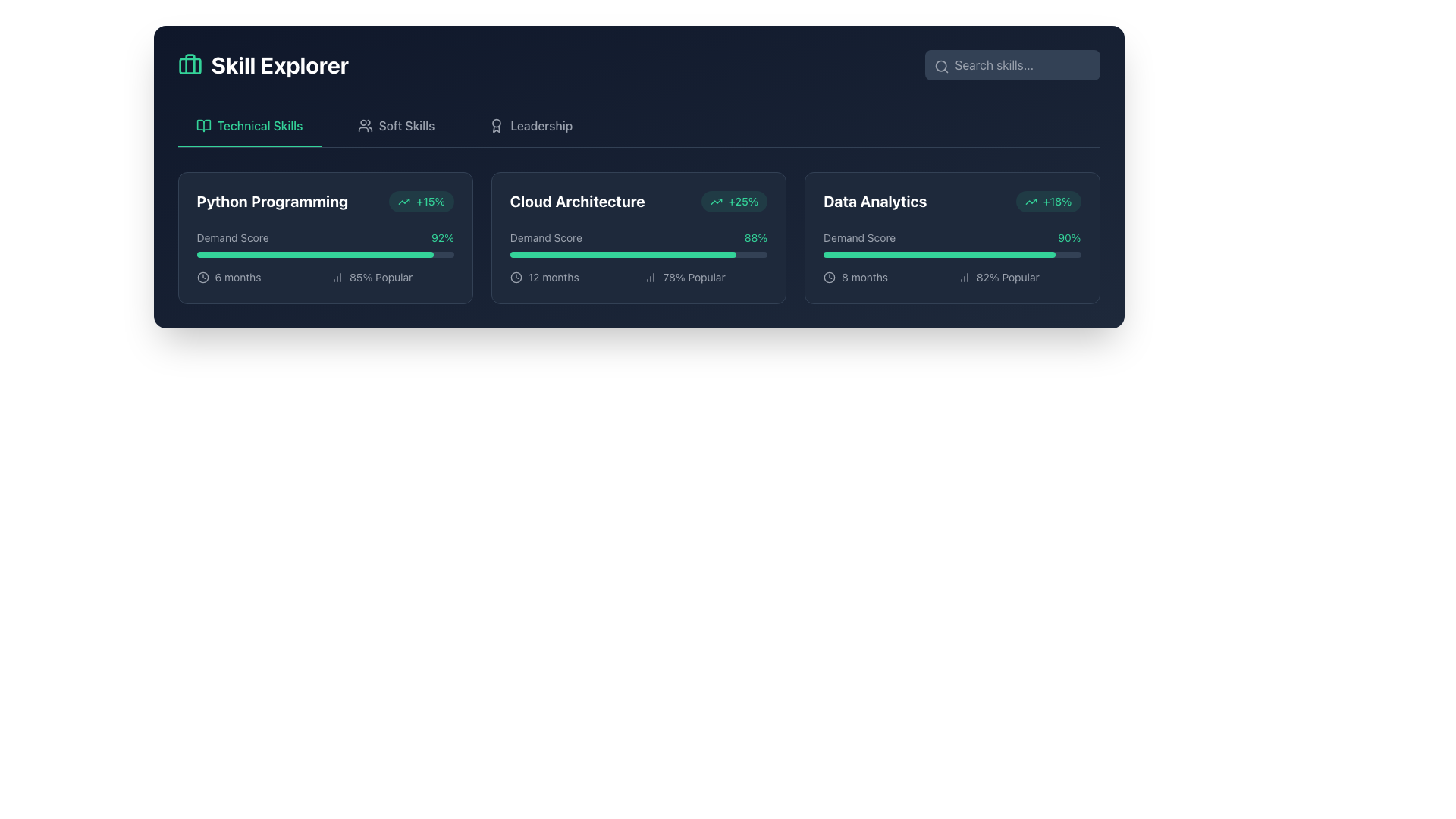 This screenshot has width=1456, height=819. I want to click on the Text Label with Icon that provides information about the popularity or rating related to the 'Python Programming' skill, located inside the panel labeled 'Python Programming' towards the bottom, adjacent to the '6 months' label, so click(393, 278).